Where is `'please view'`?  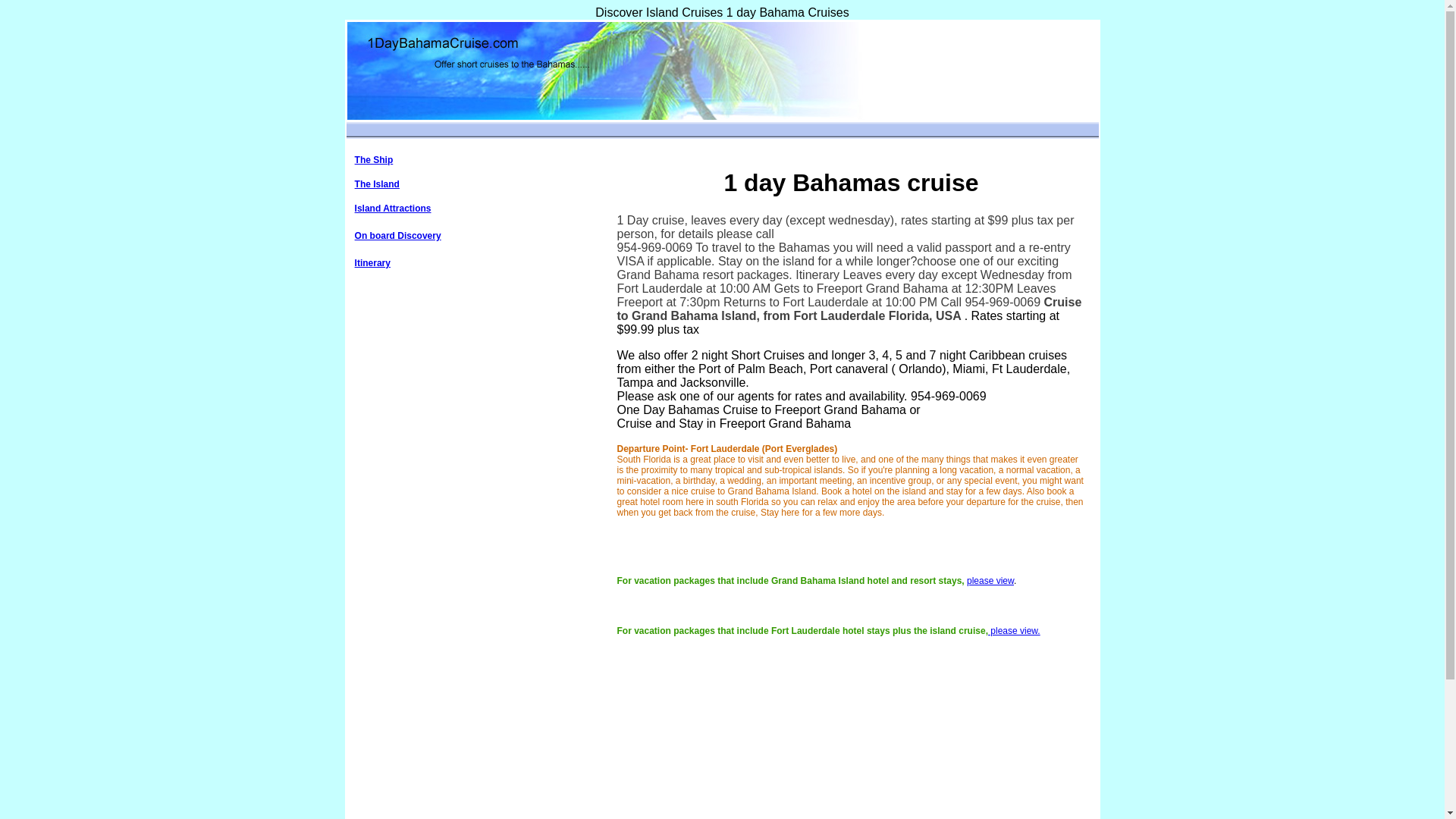
'please view' is located at coordinates (990, 580).